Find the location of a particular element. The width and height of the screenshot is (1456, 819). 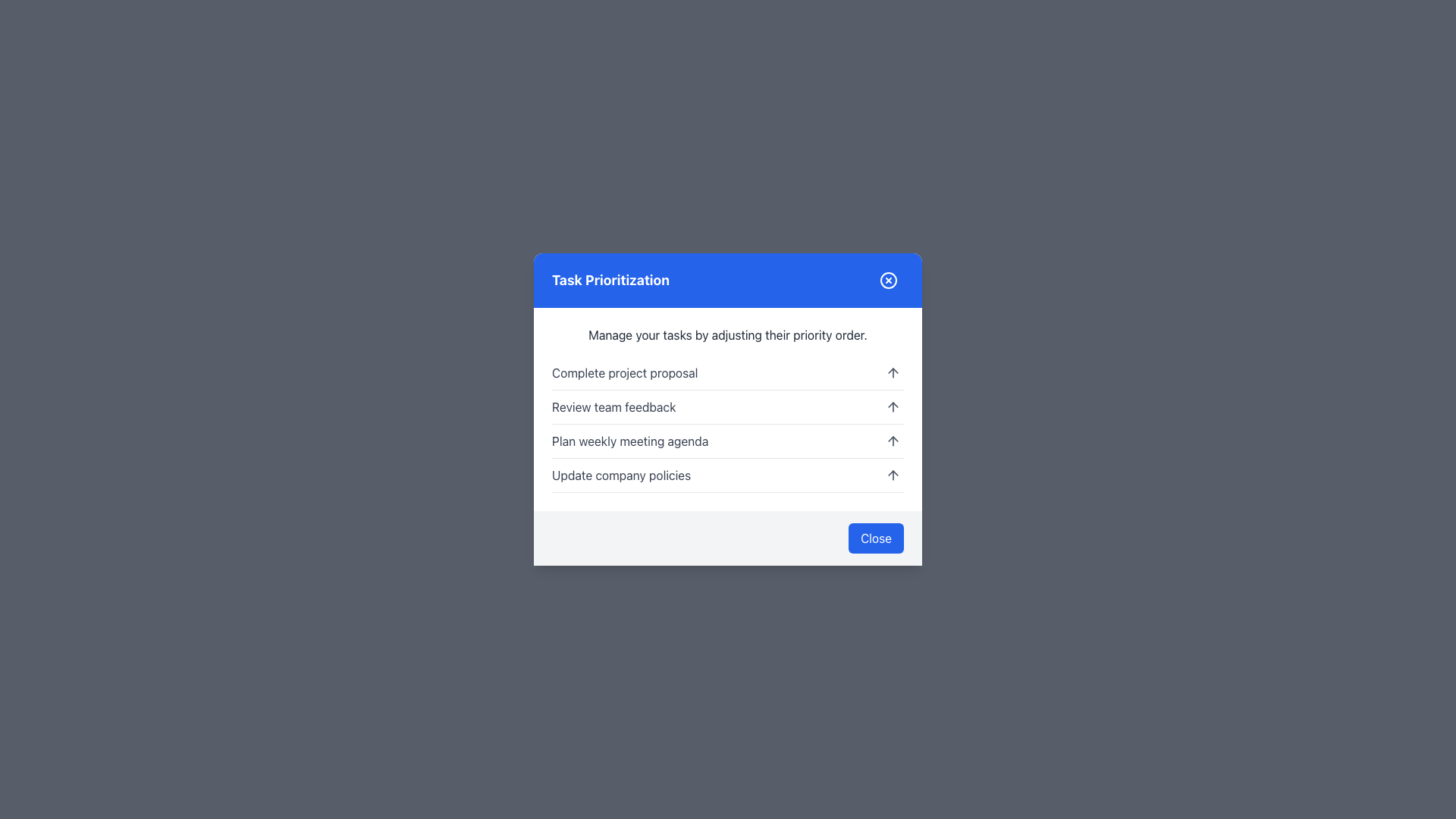

the static text element that provides guidance for managing task priorities, located at the top section of the dialog box under the 'Task Prioritization' header is located at coordinates (728, 334).